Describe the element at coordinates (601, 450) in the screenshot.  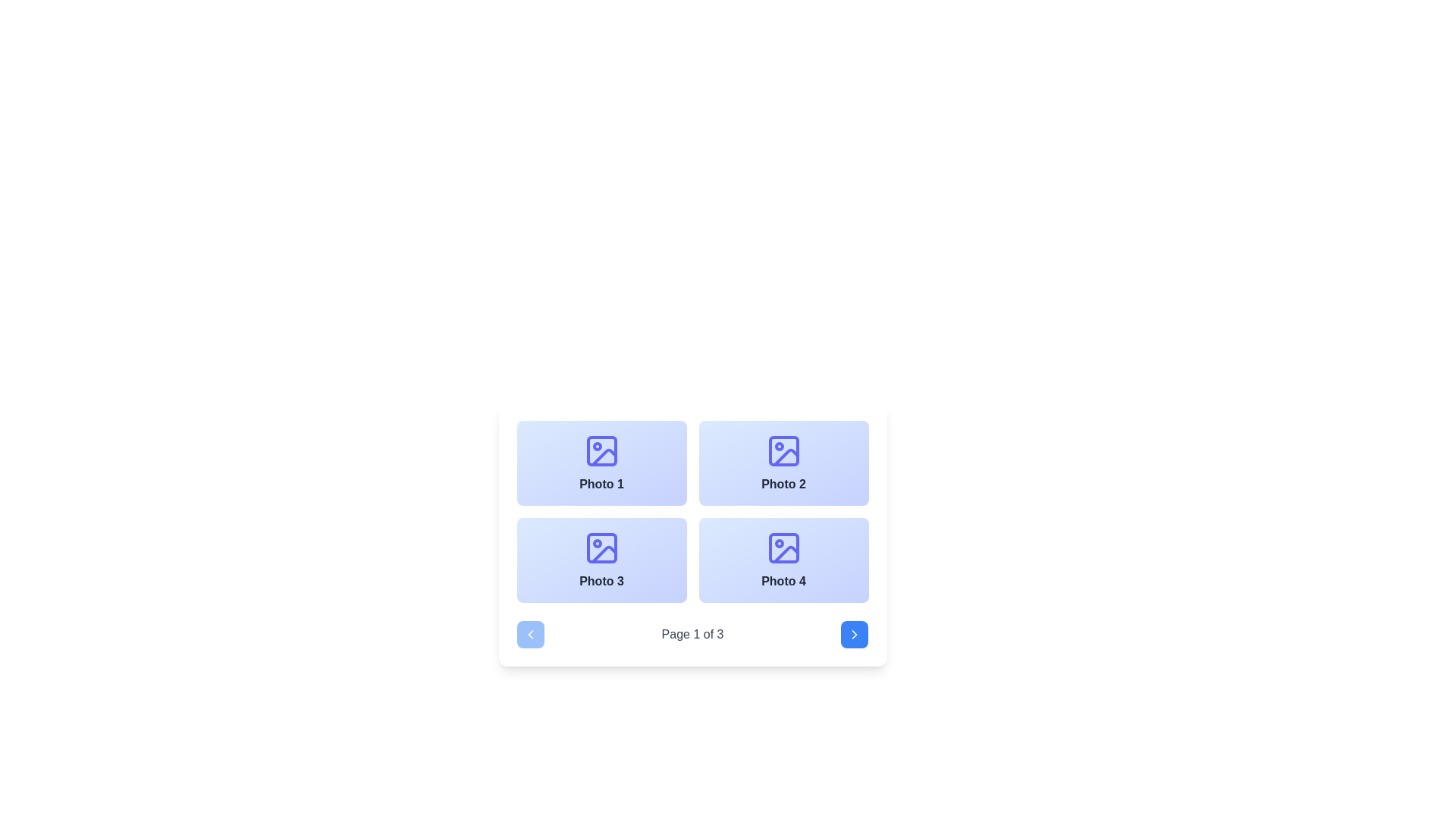
I see `the decorative shape within the 'Photo 1' SVG icon located in the top-left corner of the 2x2 grid structure near the bottom of the interface` at that location.